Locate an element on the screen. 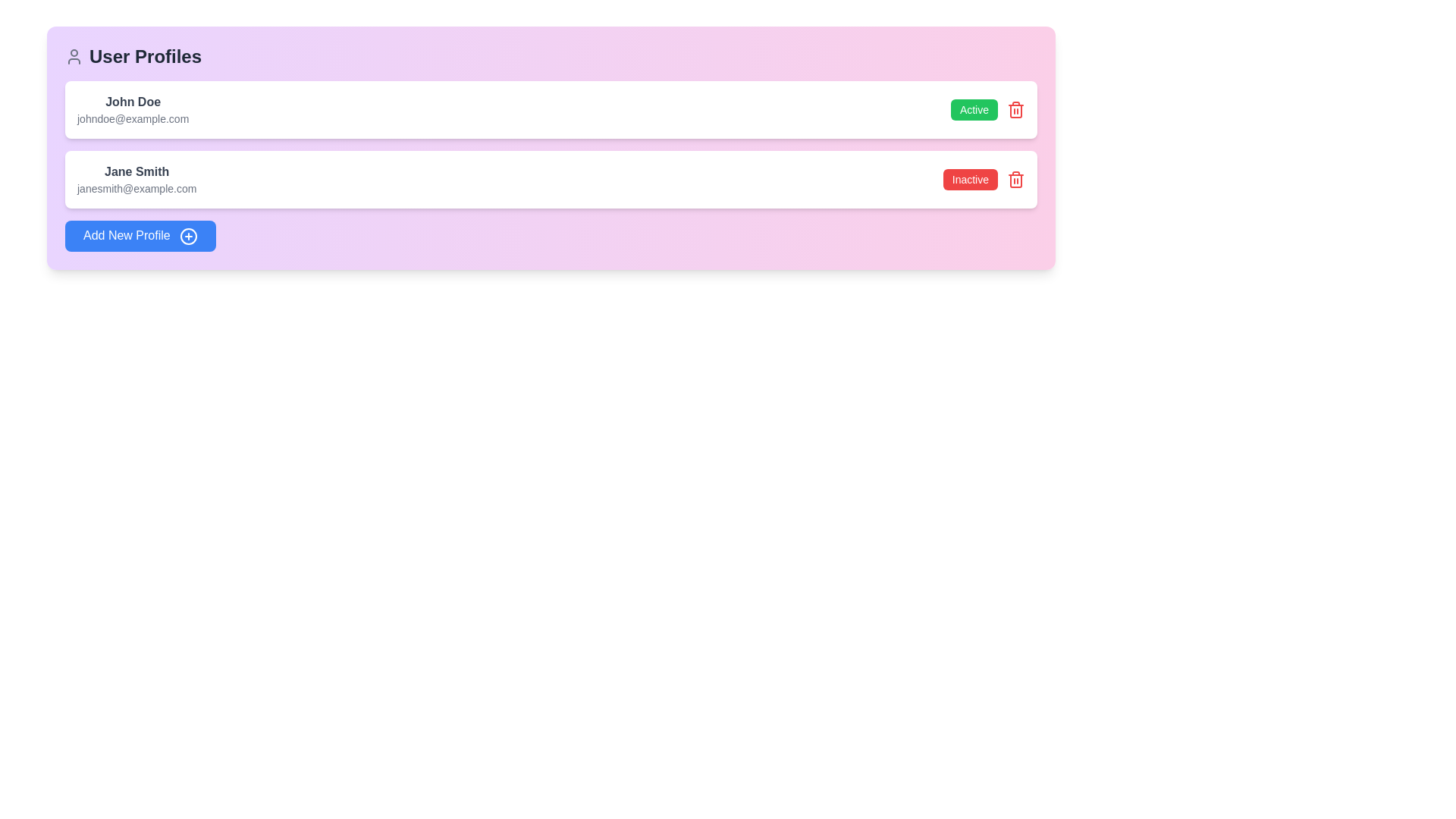  the information displayed on the second Profile Card in the list, which contains user profile details such as name, email address, and status is located at coordinates (550, 178).